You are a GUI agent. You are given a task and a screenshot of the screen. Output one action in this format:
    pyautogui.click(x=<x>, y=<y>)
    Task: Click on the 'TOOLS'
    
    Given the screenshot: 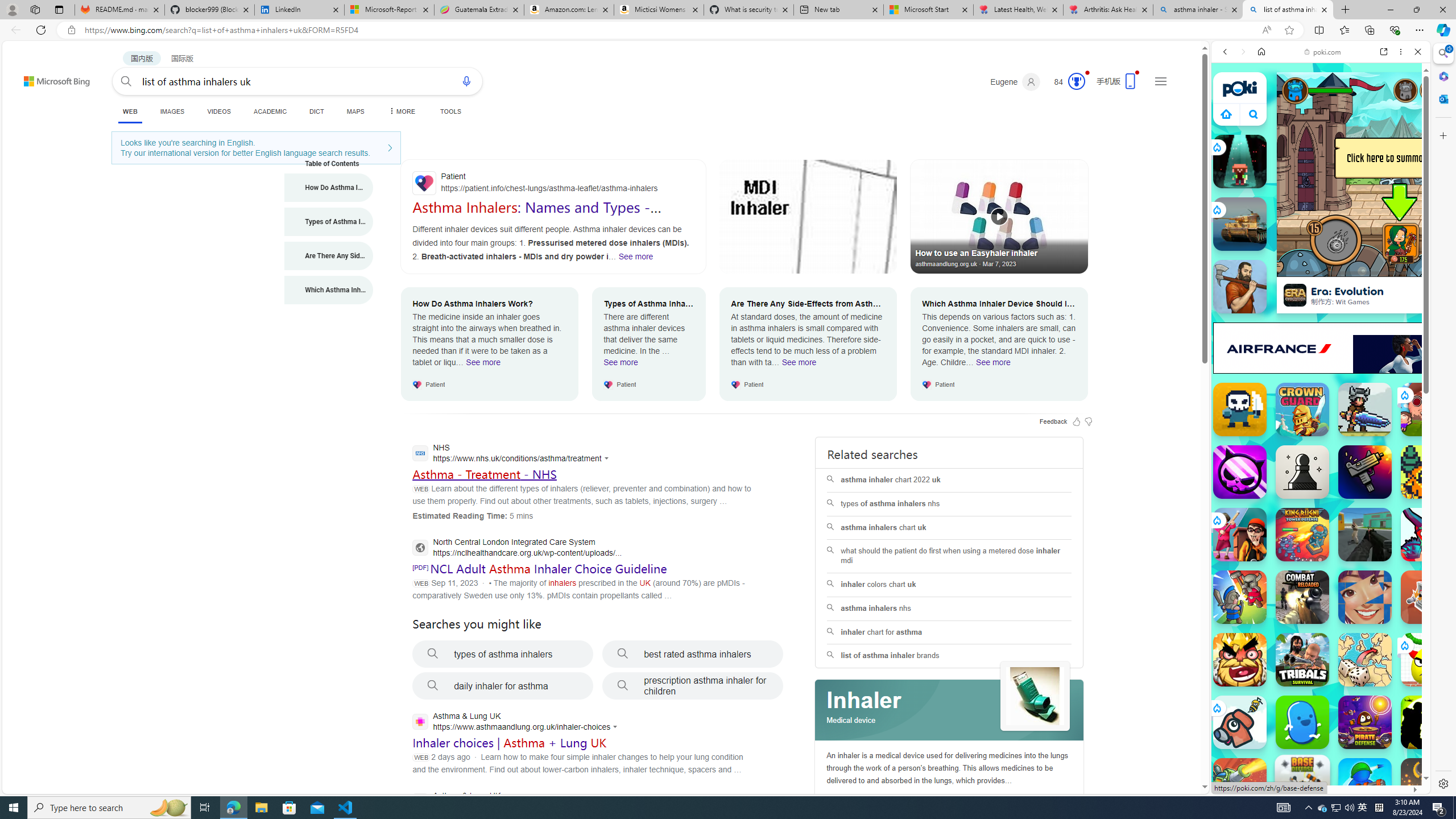 What is the action you would take?
    pyautogui.click(x=450, y=111)
    